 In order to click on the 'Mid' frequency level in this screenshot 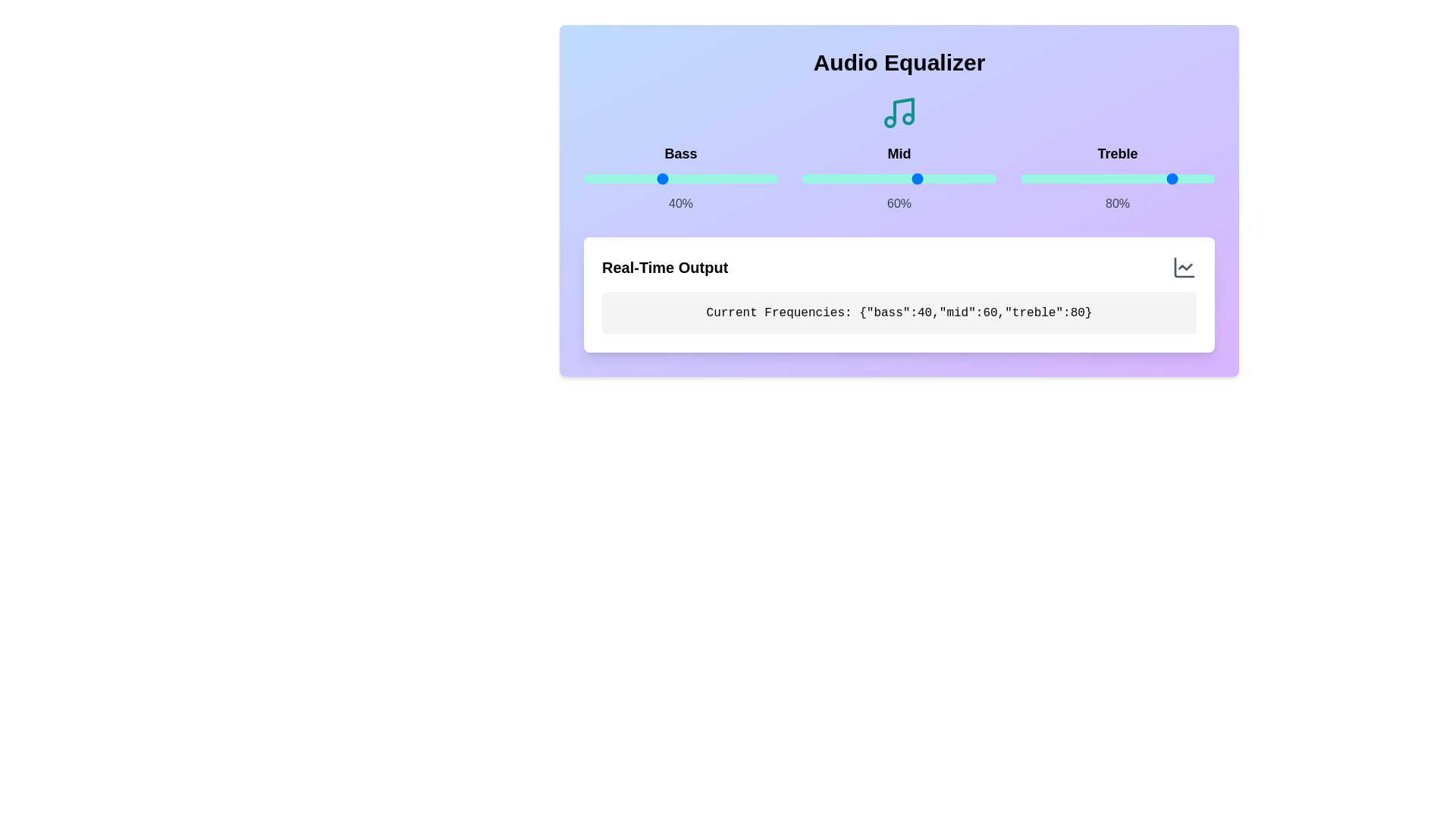, I will do `click(836, 177)`.